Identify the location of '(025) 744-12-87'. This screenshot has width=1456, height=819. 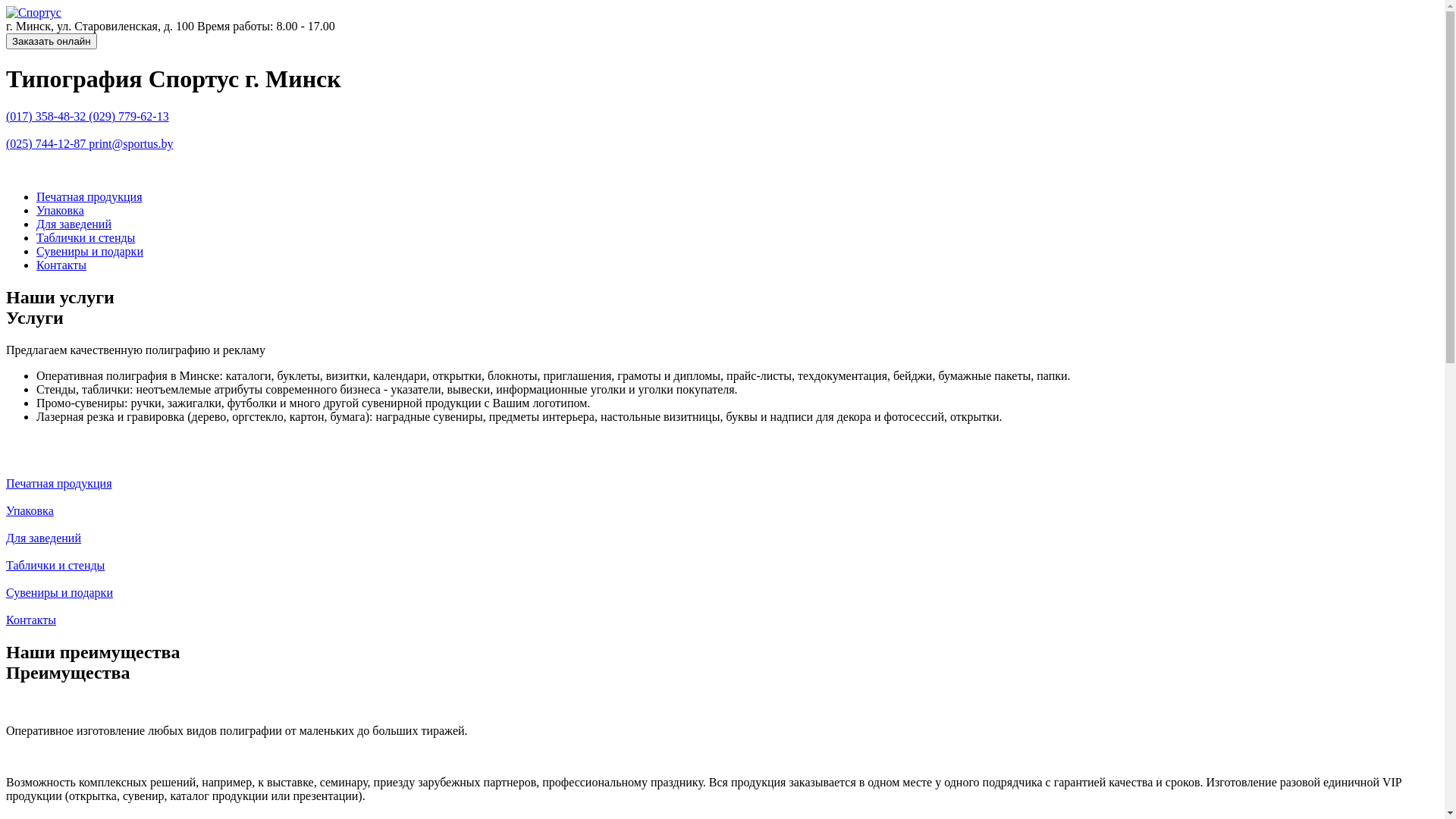
(6, 143).